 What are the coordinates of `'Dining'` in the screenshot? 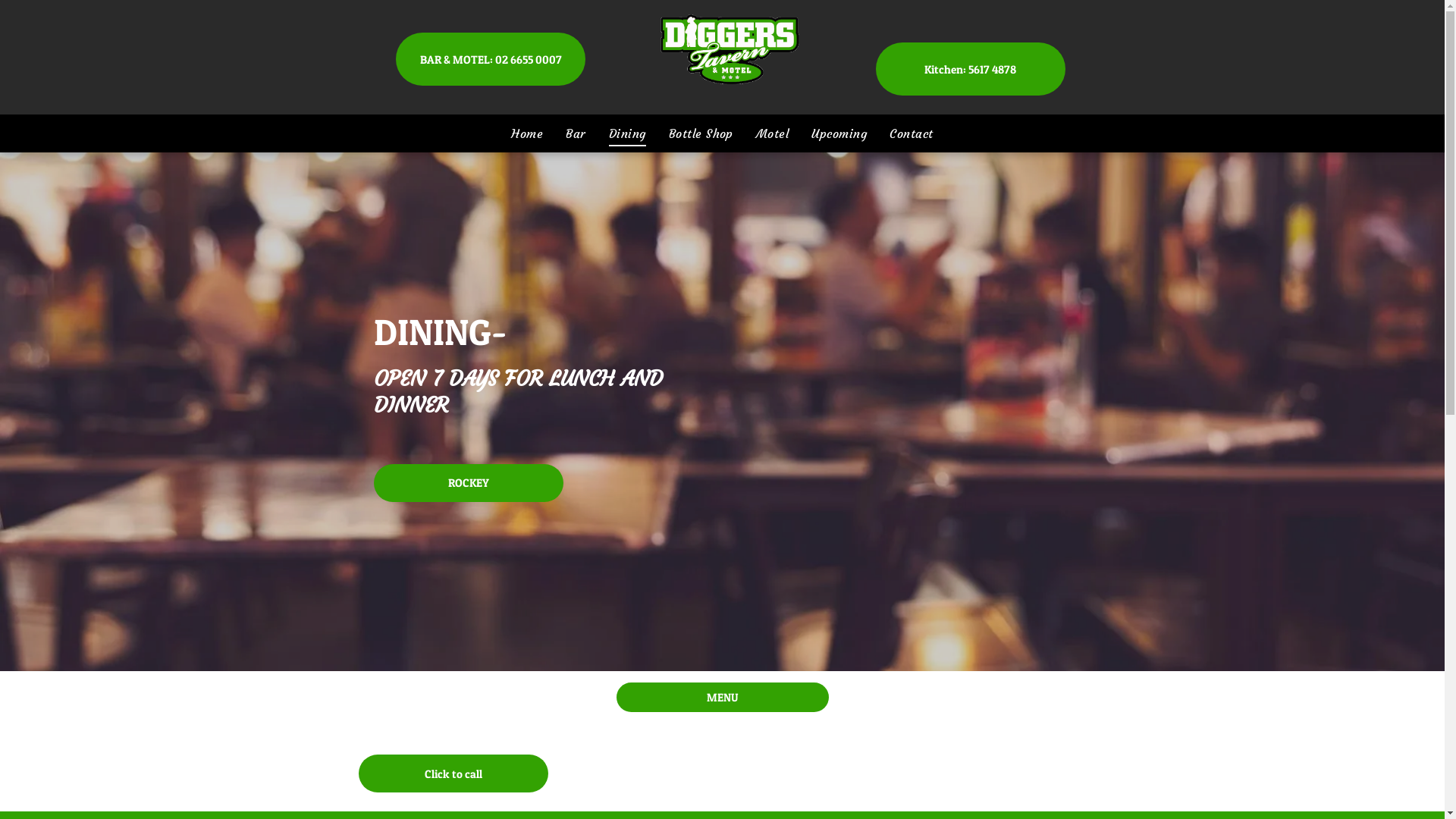 It's located at (627, 133).